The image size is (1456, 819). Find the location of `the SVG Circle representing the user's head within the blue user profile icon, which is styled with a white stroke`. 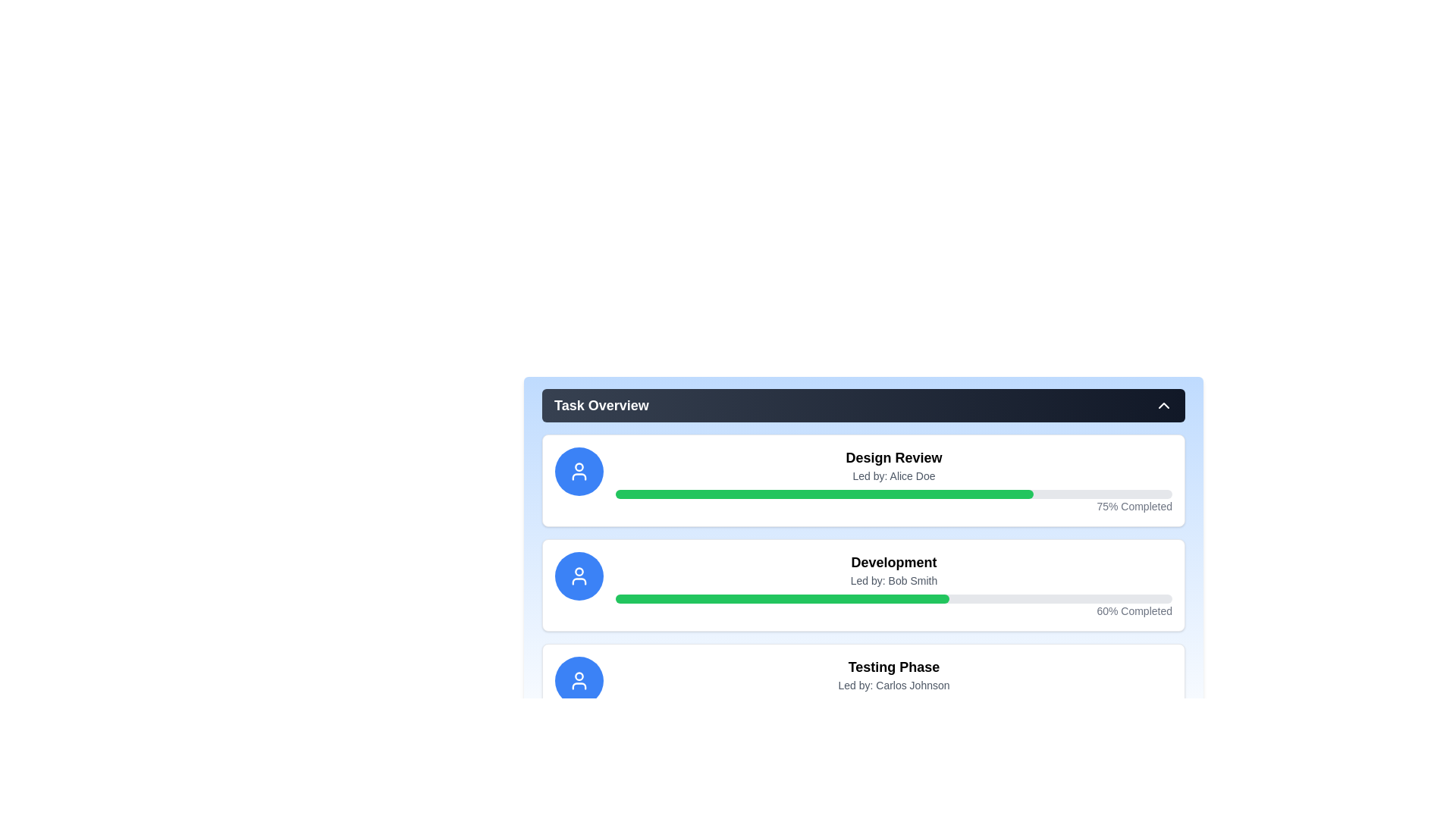

the SVG Circle representing the user's head within the blue user profile icon, which is styled with a white stroke is located at coordinates (578, 466).